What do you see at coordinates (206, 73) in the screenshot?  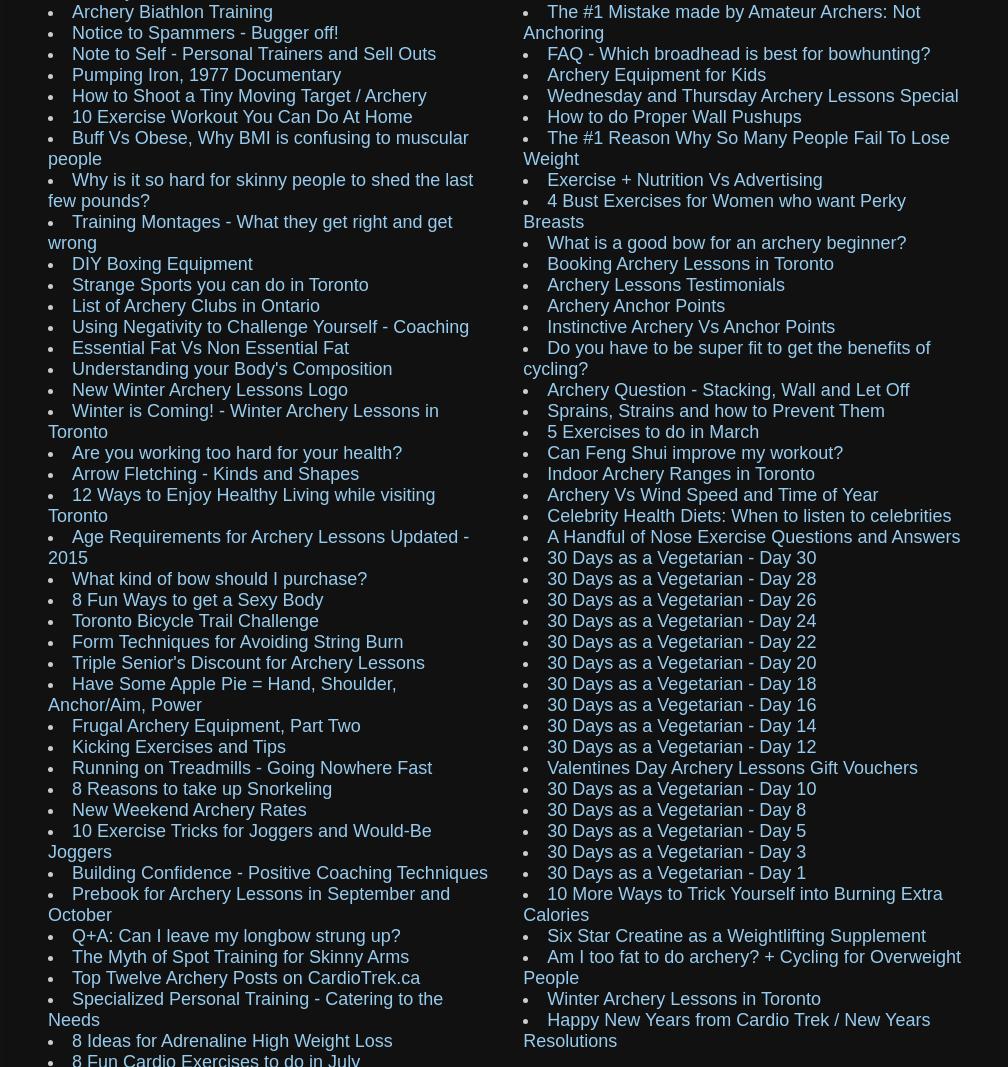 I see `'Pumping Iron, 1977 Documentary'` at bounding box center [206, 73].